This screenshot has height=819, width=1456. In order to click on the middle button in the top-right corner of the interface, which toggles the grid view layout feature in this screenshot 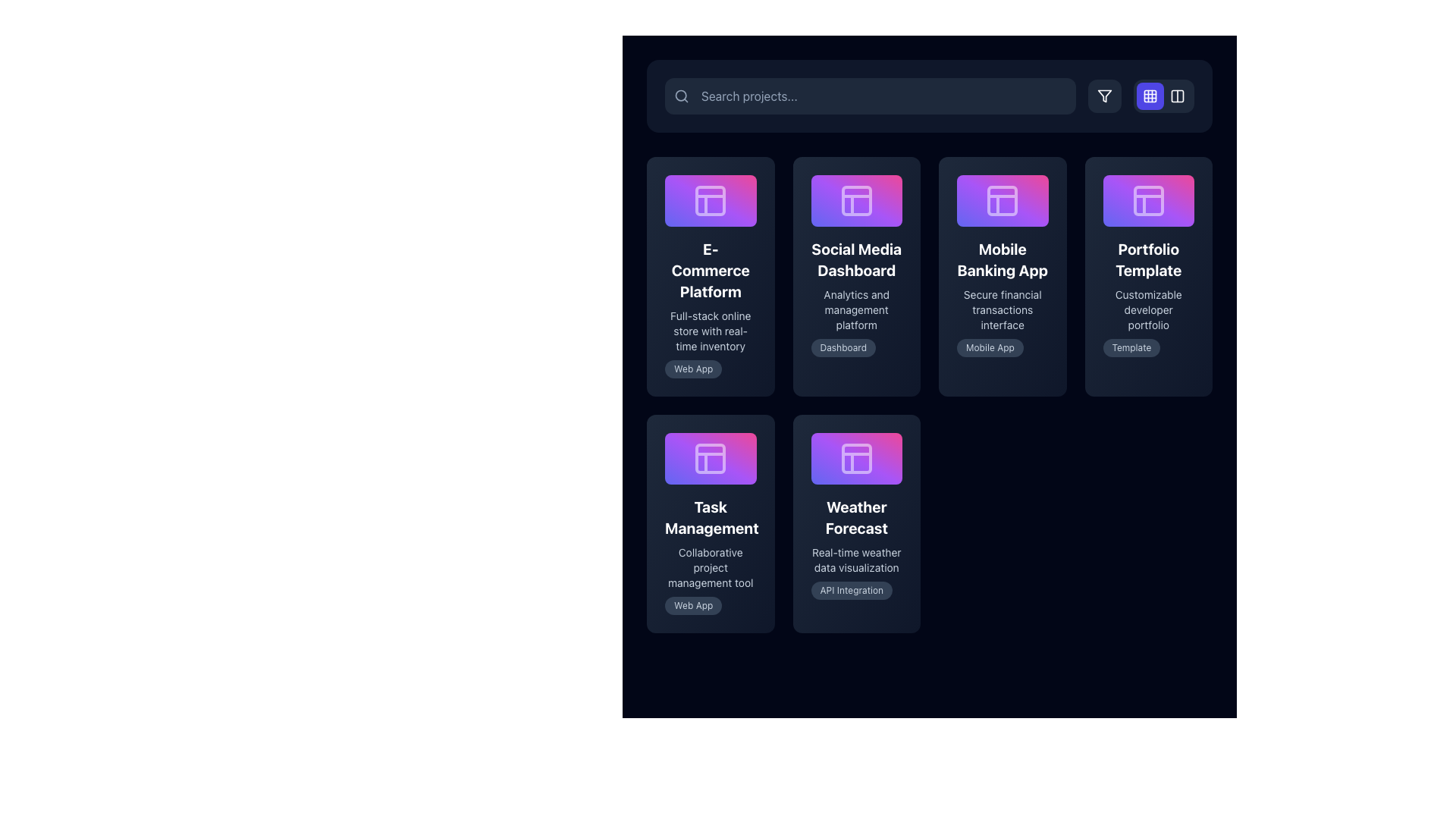, I will do `click(1141, 96)`.